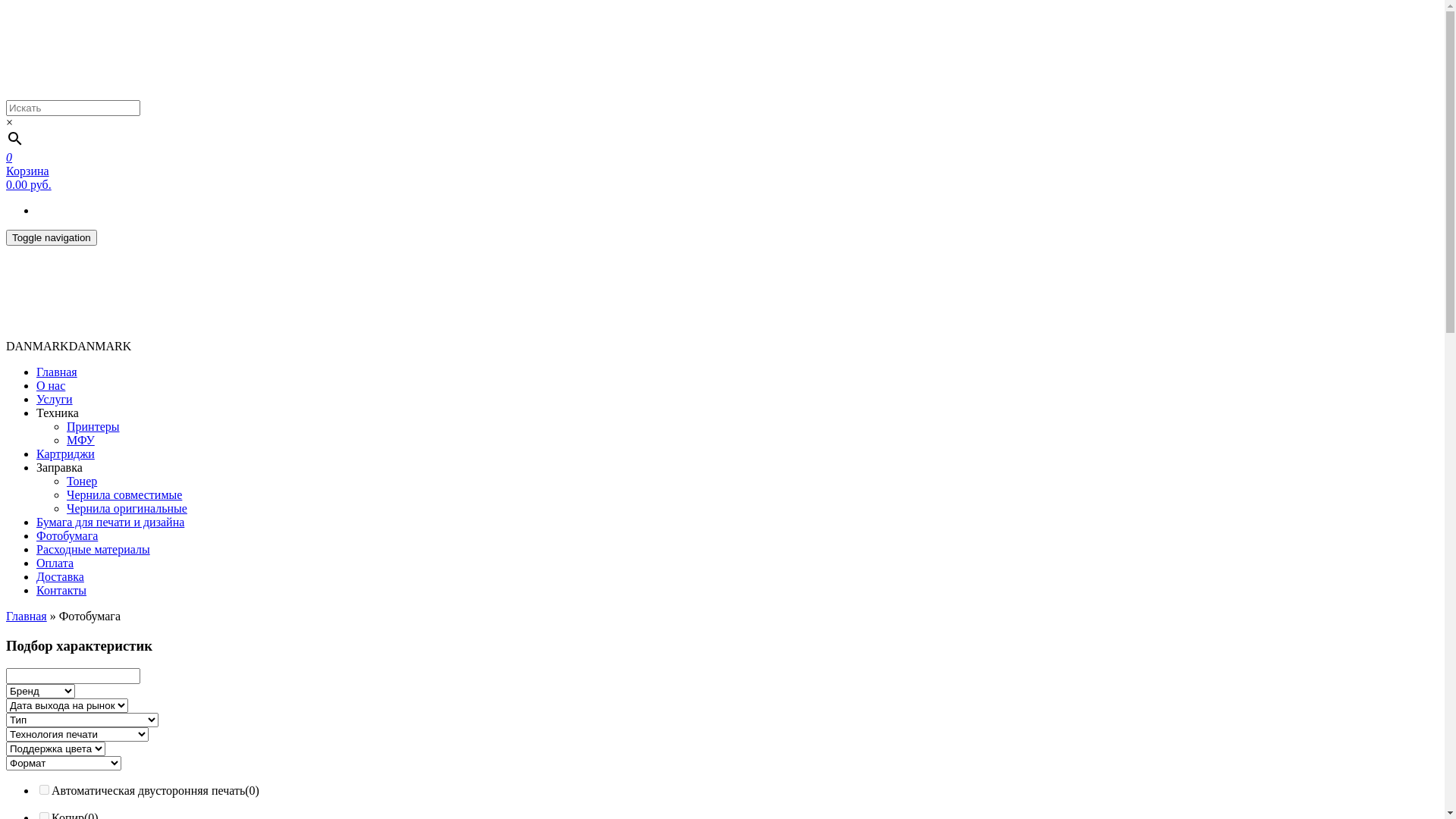 Image resolution: width=1456 pixels, height=819 pixels. What do you see at coordinates (51, 237) in the screenshot?
I see `'Toggle navigation'` at bounding box center [51, 237].